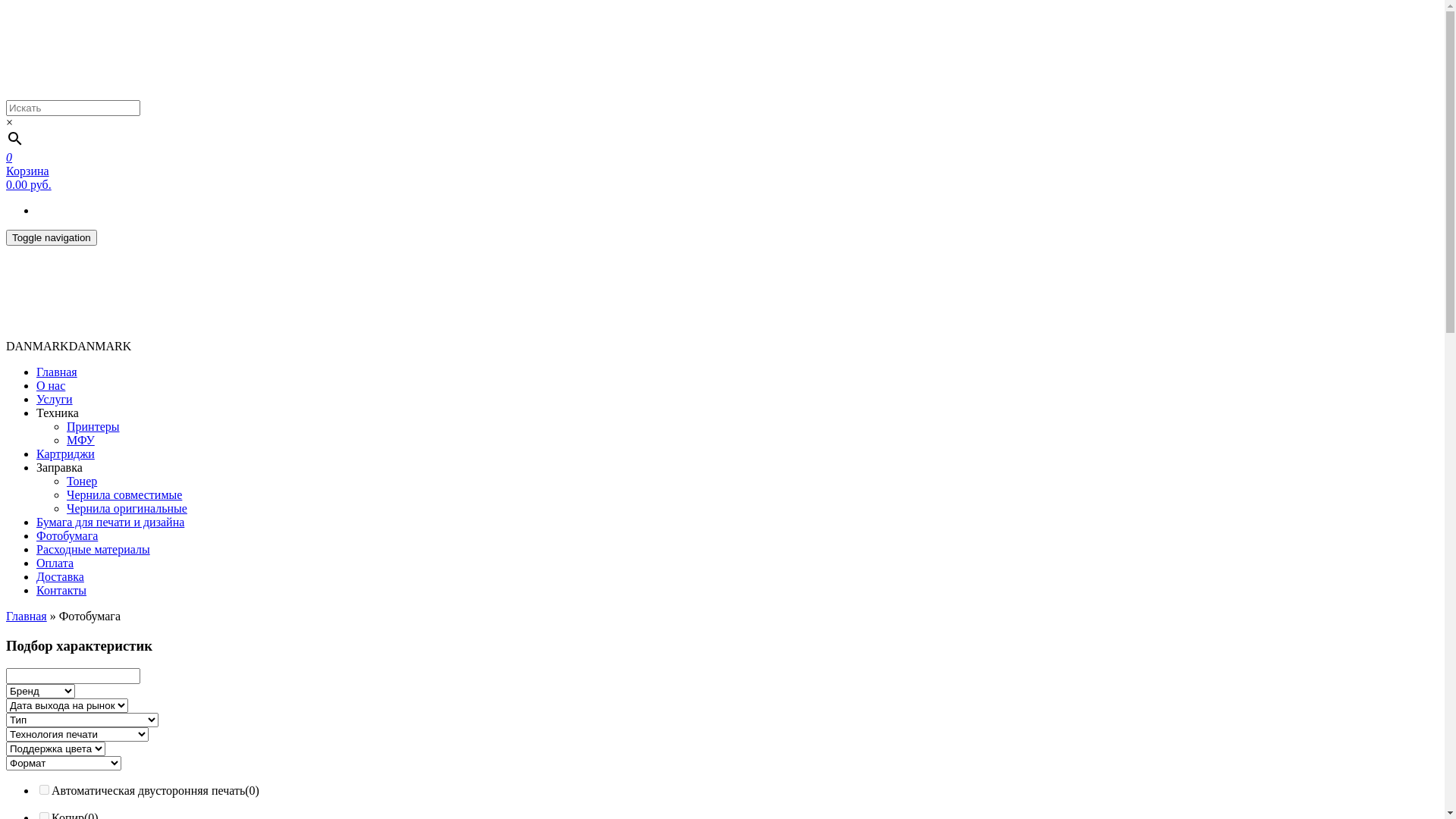 Image resolution: width=1456 pixels, height=819 pixels. What do you see at coordinates (51, 237) in the screenshot?
I see `'Toggle navigation'` at bounding box center [51, 237].